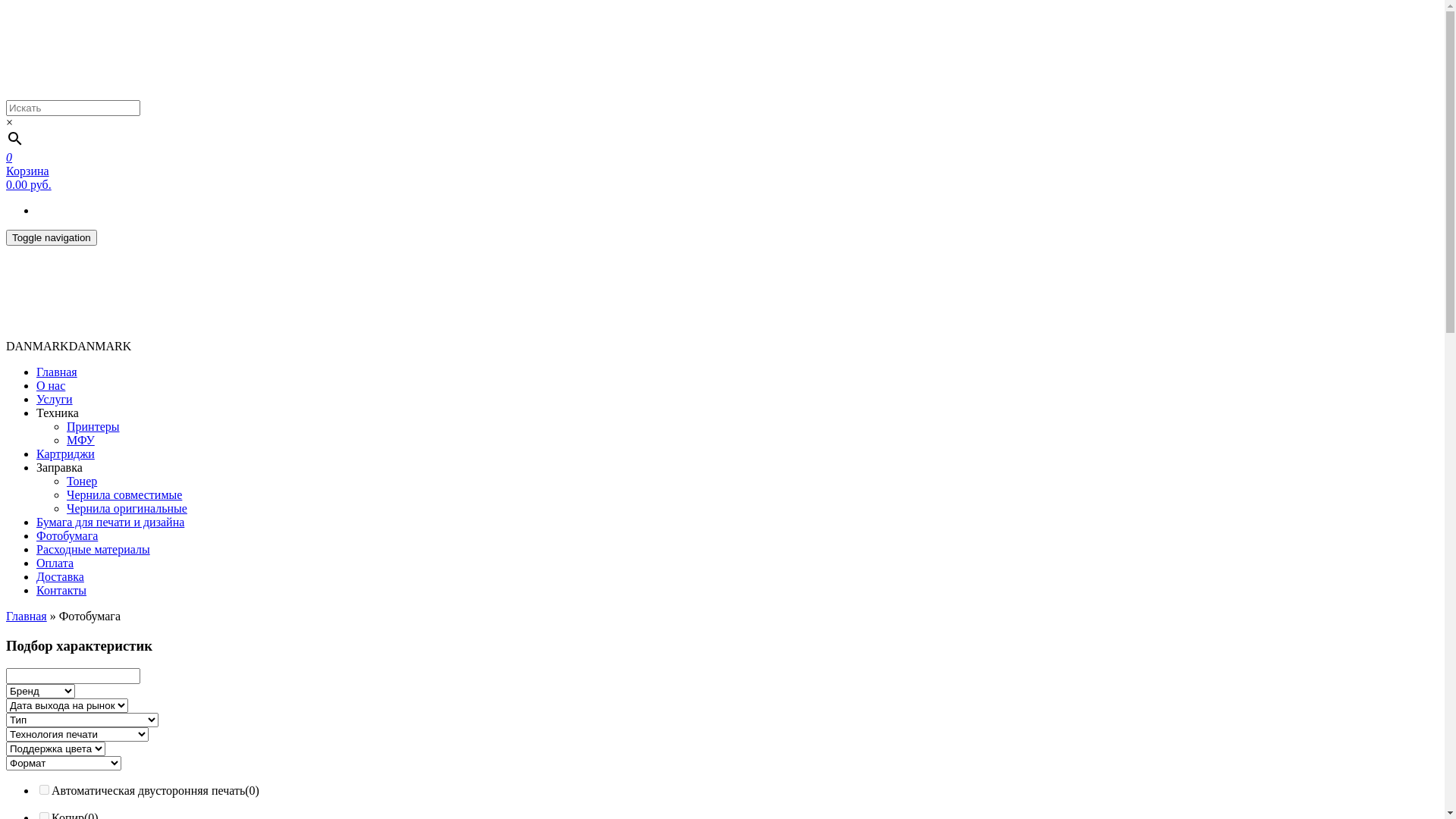 Image resolution: width=1456 pixels, height=819 pixels. What do you see at coordinates (51, 237) in the screenshot?
I see `'Toggle navigation'` at bounding box center [51, 237].